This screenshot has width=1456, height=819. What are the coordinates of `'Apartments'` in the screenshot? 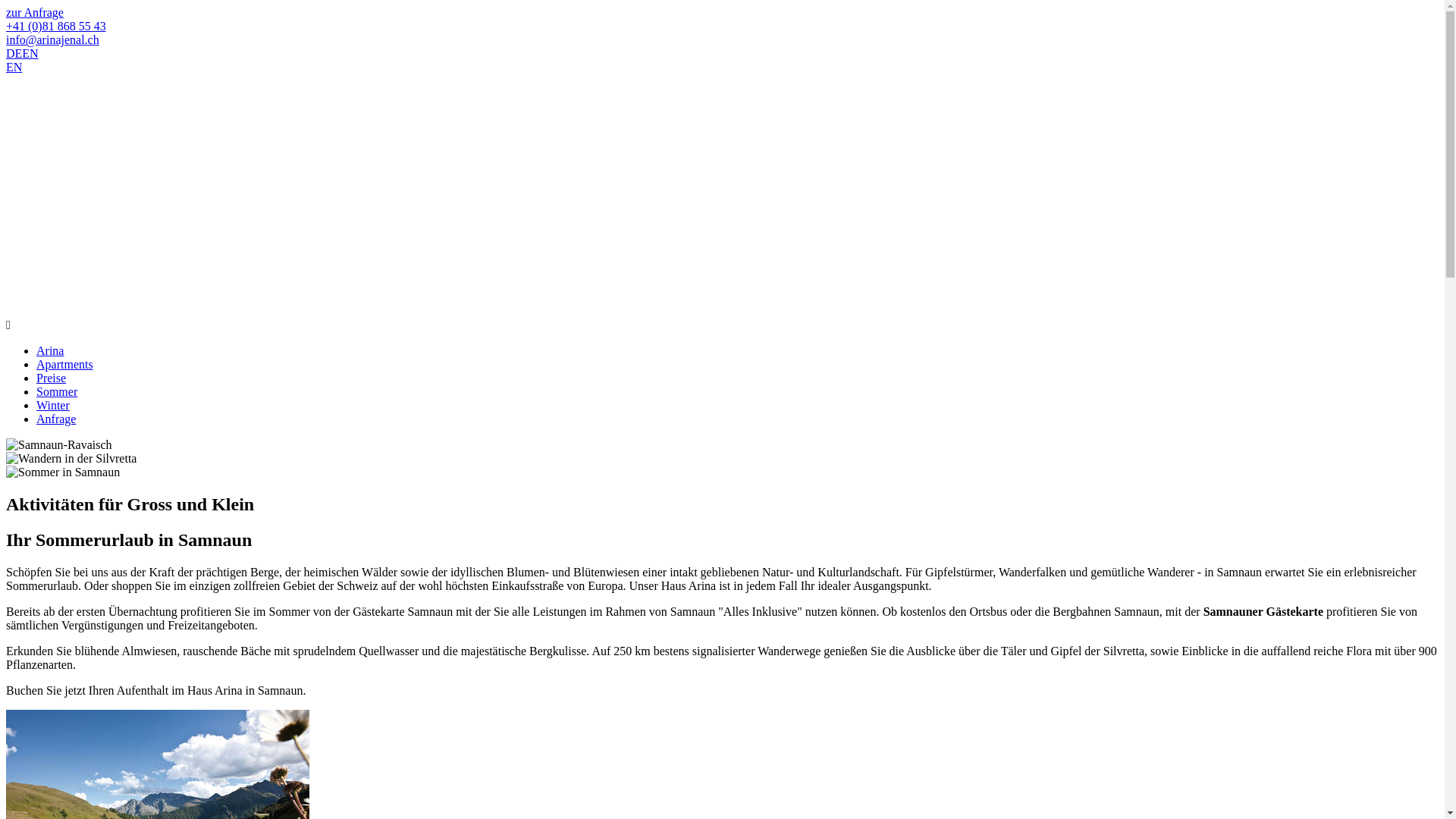 It's located at (64, 364).